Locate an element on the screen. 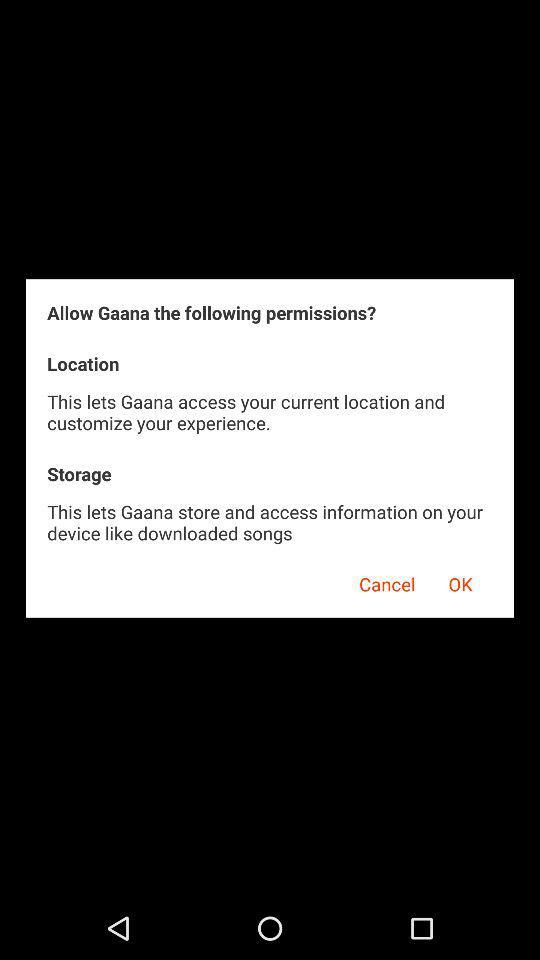  the item next to cancel is located at coordinates (460, 581).